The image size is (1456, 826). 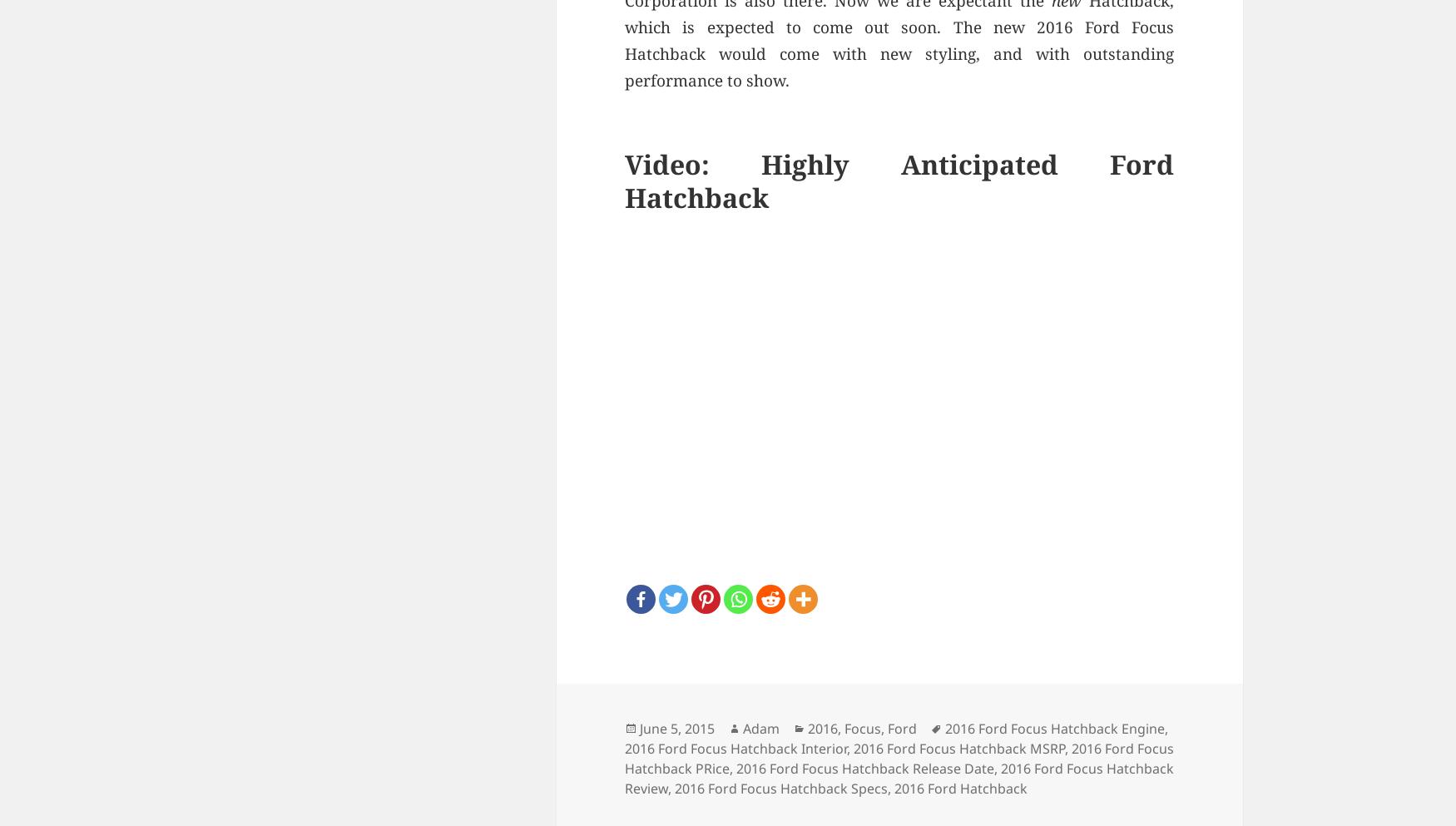 I want to click on '2016', so click(x=822, y=727).